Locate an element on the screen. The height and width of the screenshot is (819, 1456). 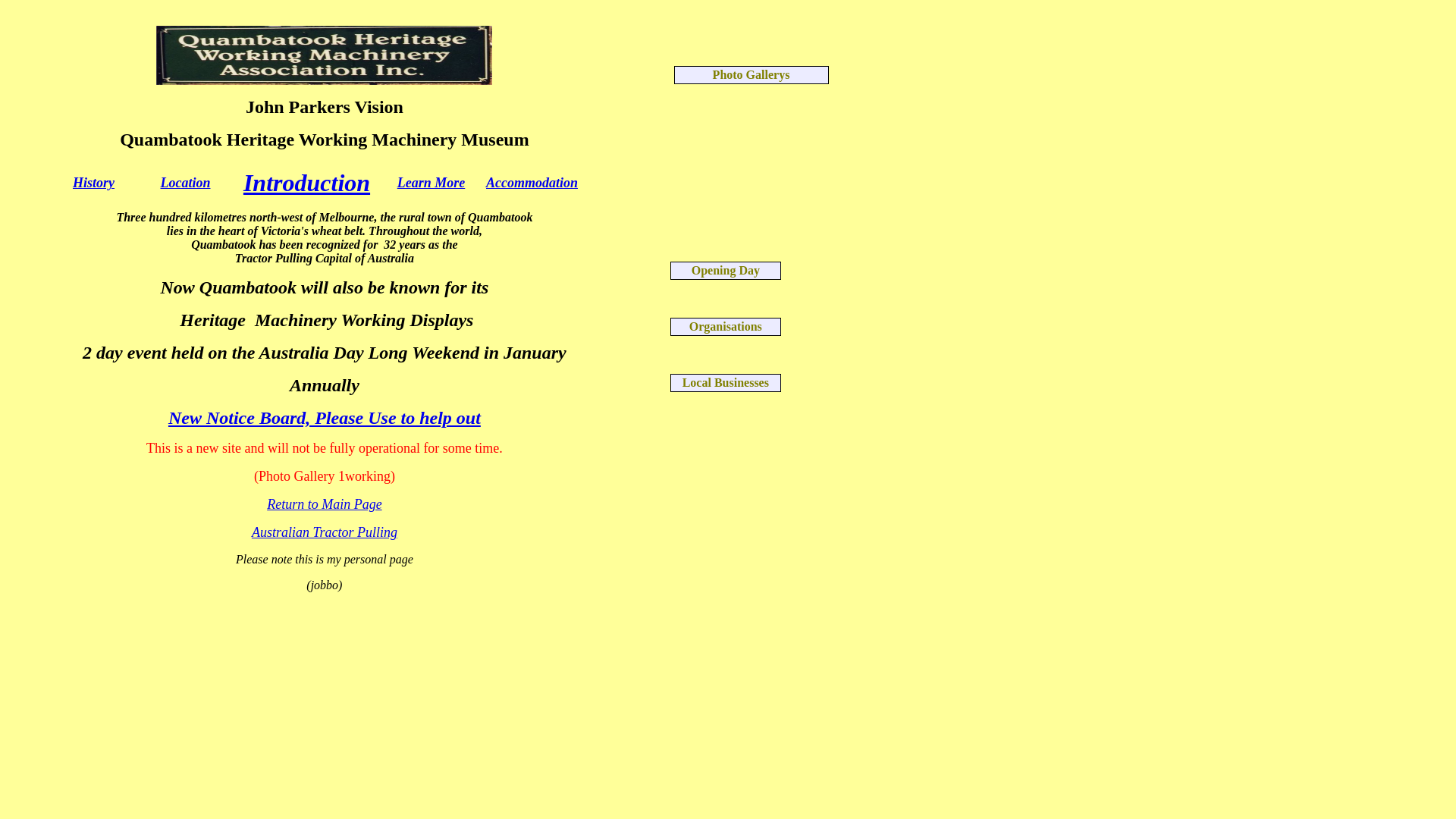
'Australian Tractor Pulling' is located at coordinates (251, 532).